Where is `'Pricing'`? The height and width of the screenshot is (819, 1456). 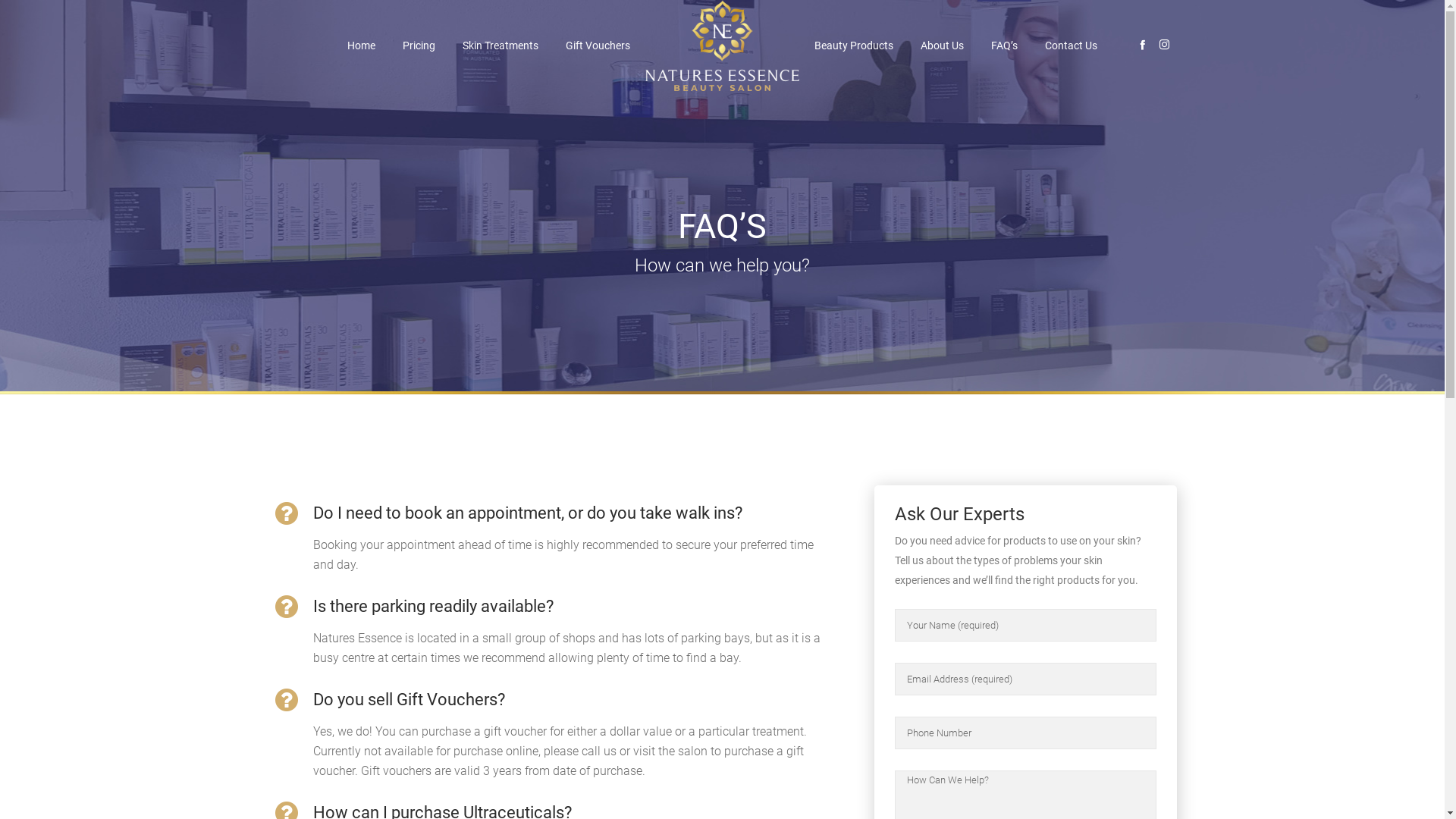 'Pricing' is located at coordinates (419, 45).